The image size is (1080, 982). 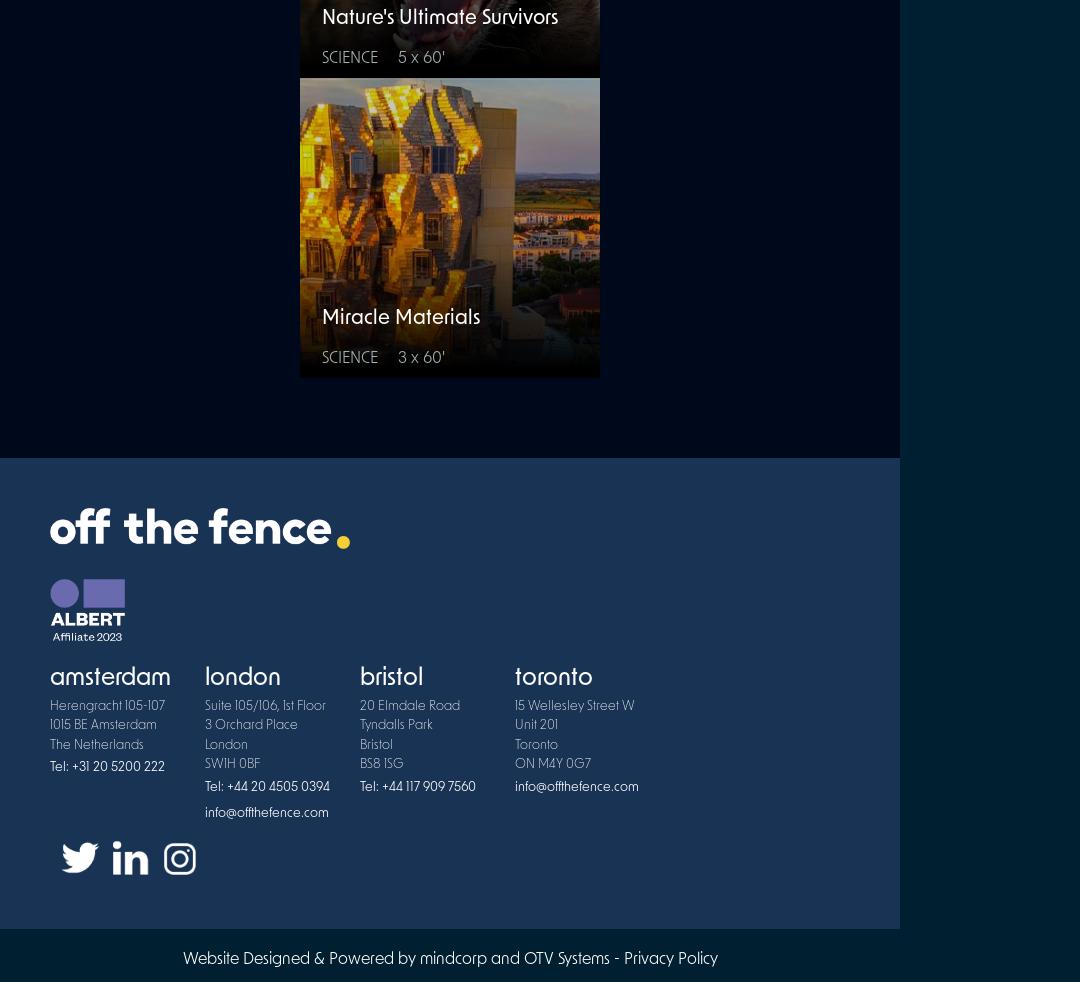 What do you see at coordinates (396, 724) in the screenshot?
I see `'Tyndalls Park'` at bounding box center [396, 724].